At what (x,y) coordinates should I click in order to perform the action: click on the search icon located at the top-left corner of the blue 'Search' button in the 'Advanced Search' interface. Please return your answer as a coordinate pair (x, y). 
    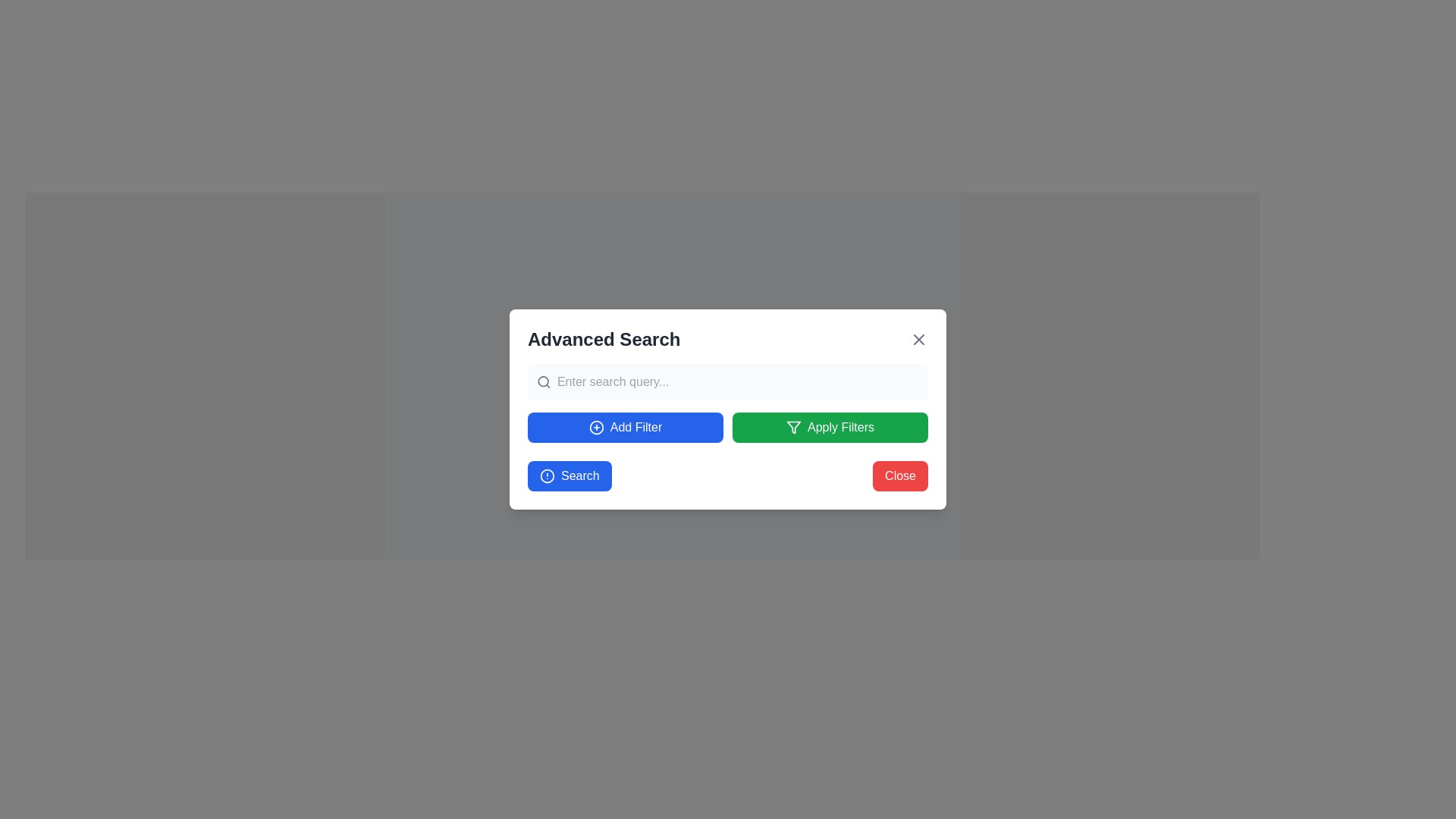
    Looking at the image, I should click on (546, 475).